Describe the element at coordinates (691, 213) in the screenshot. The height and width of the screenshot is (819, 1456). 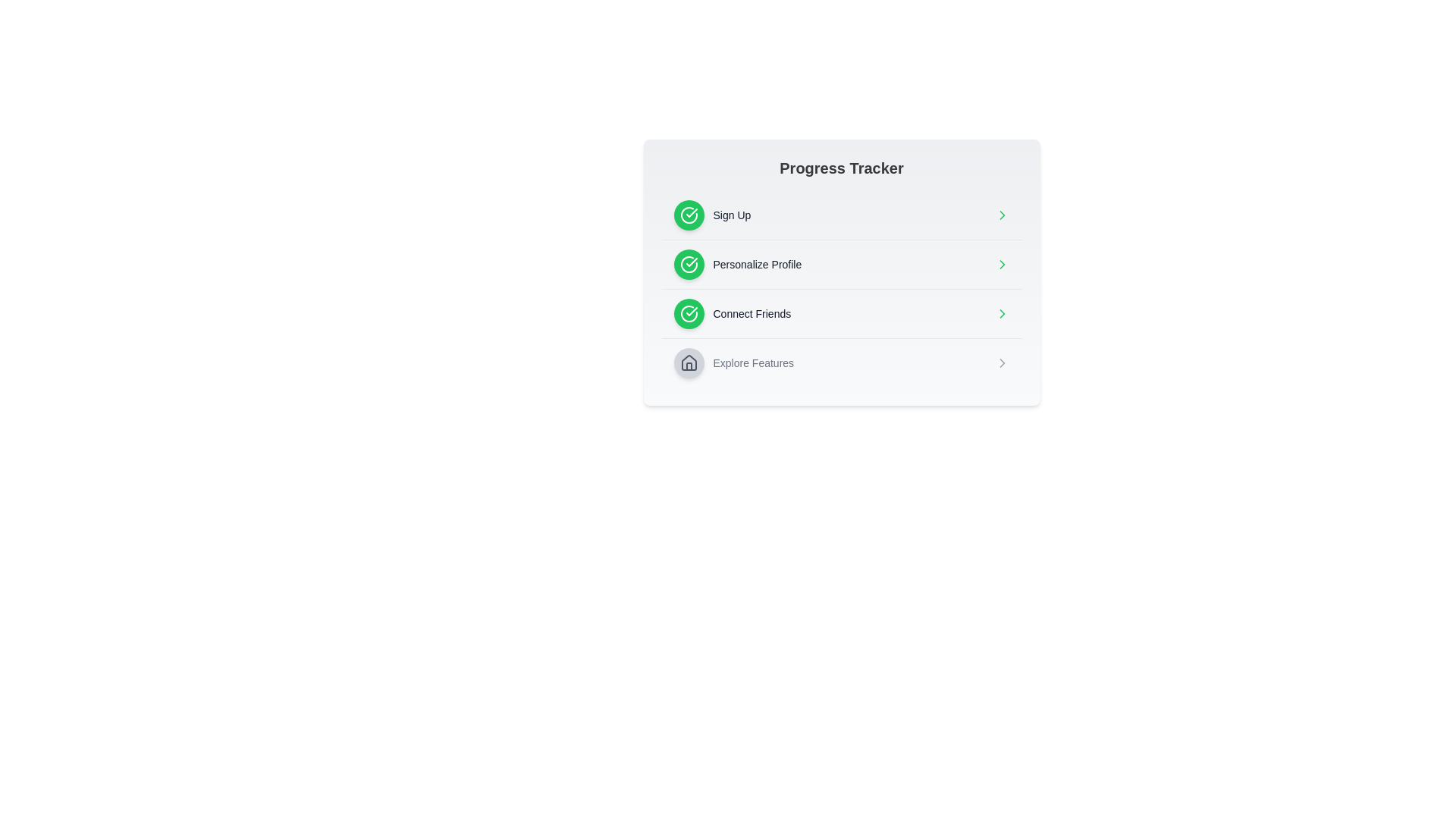
I see `the green checkmark icon within a circle, indicating a completed step in the progress tracker aligned with the 'Personalize Profile' label` at that location.